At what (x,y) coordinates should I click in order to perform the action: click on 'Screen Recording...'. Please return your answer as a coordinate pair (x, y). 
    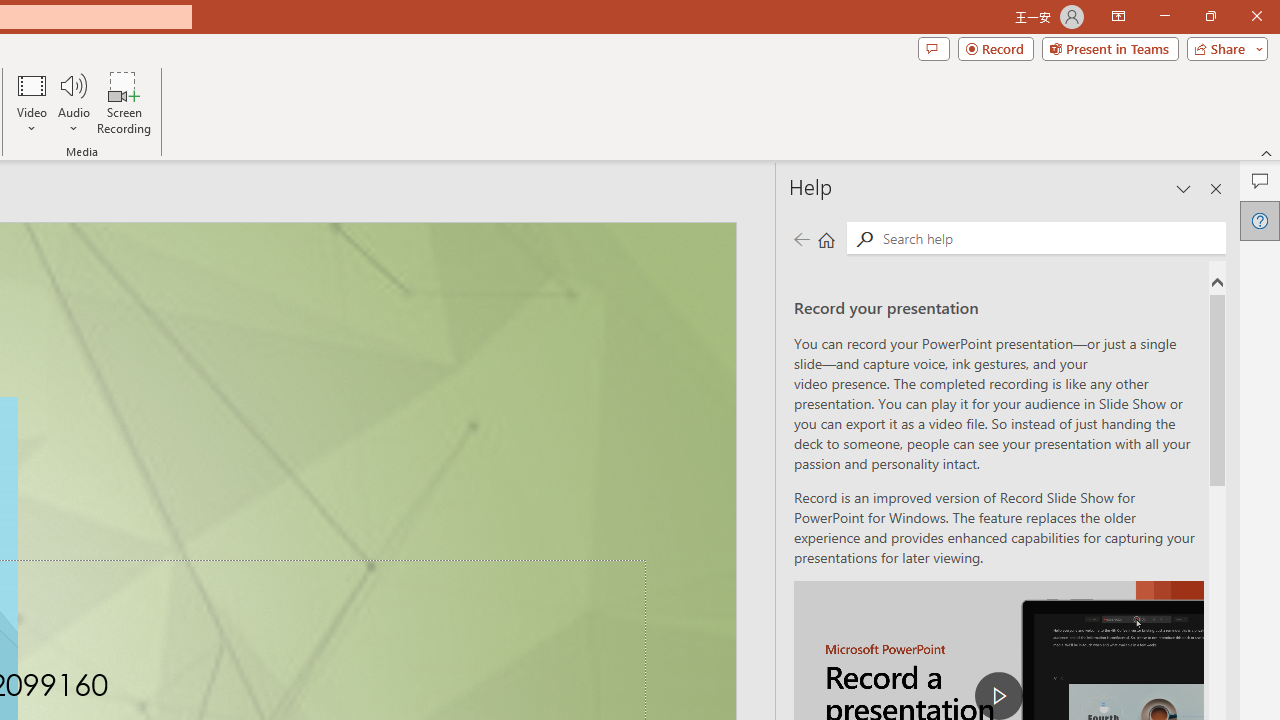
    Looking at the image, I should click on (123, 103).